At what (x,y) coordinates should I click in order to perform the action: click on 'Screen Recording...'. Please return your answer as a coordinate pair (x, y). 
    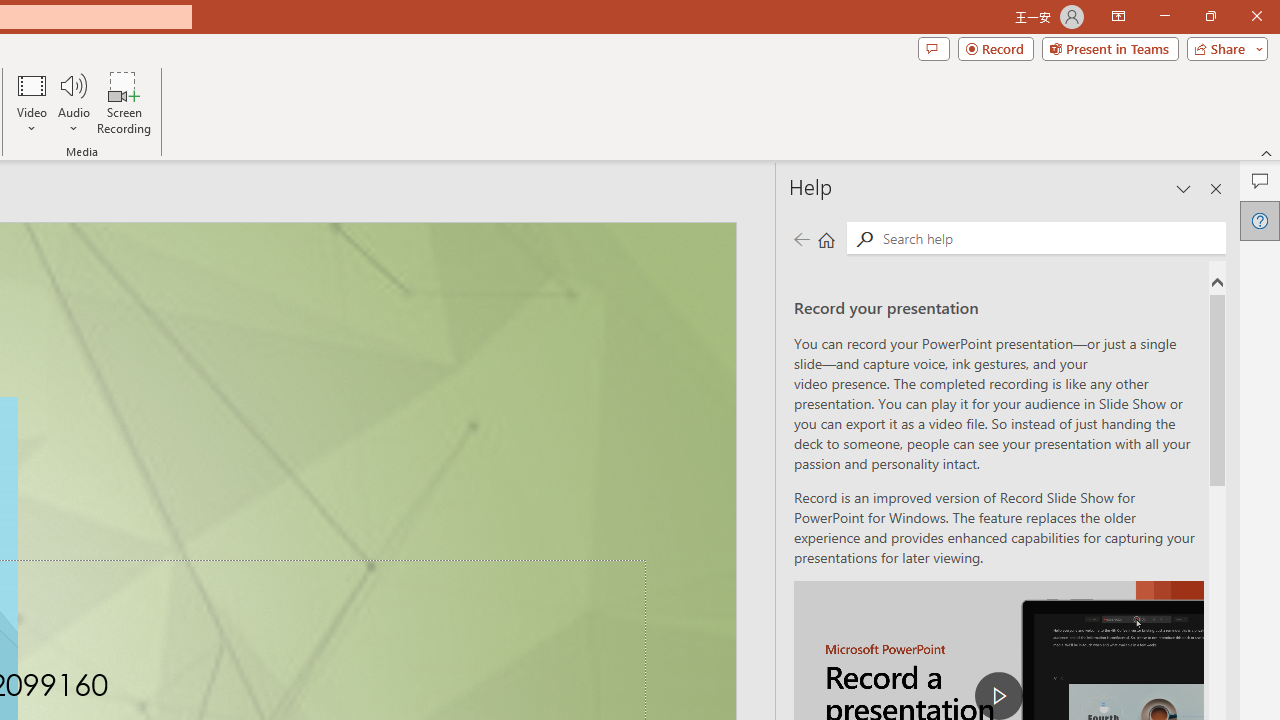
    Looking at the image, I should click on (123, 103).